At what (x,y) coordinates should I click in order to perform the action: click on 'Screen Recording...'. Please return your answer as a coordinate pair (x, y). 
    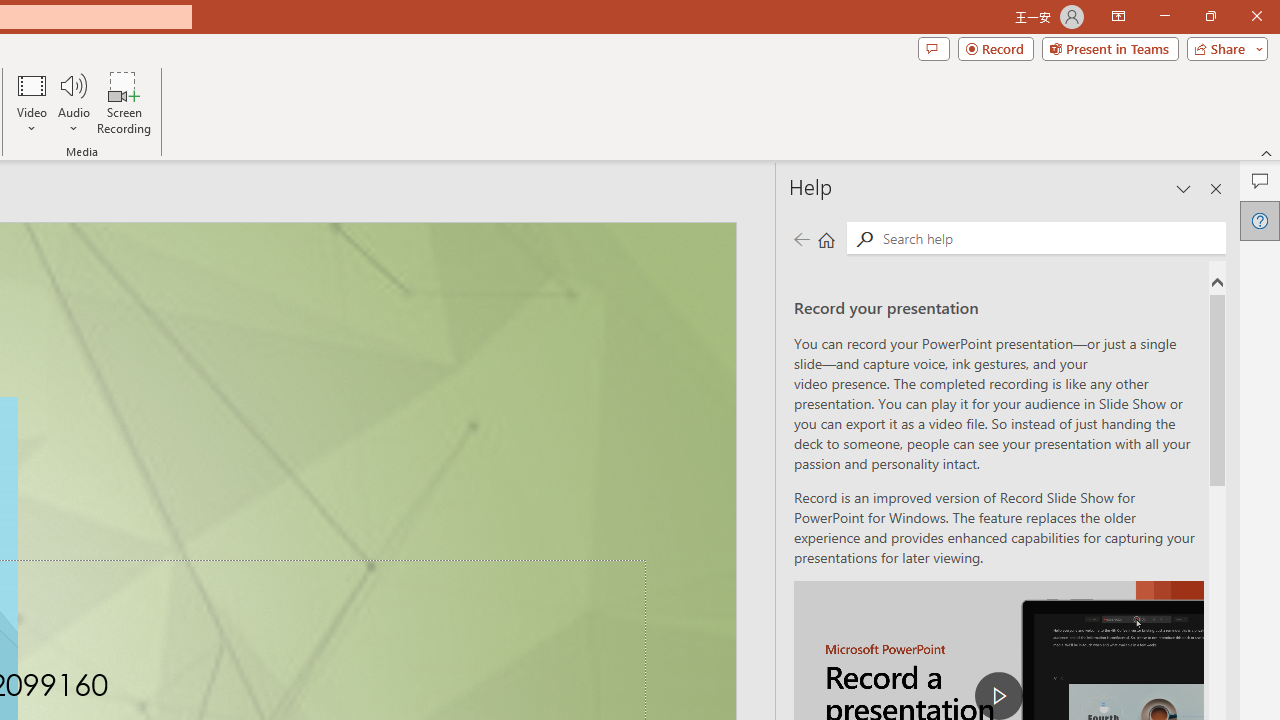
    Looking at the image, I should click on (123, 103).